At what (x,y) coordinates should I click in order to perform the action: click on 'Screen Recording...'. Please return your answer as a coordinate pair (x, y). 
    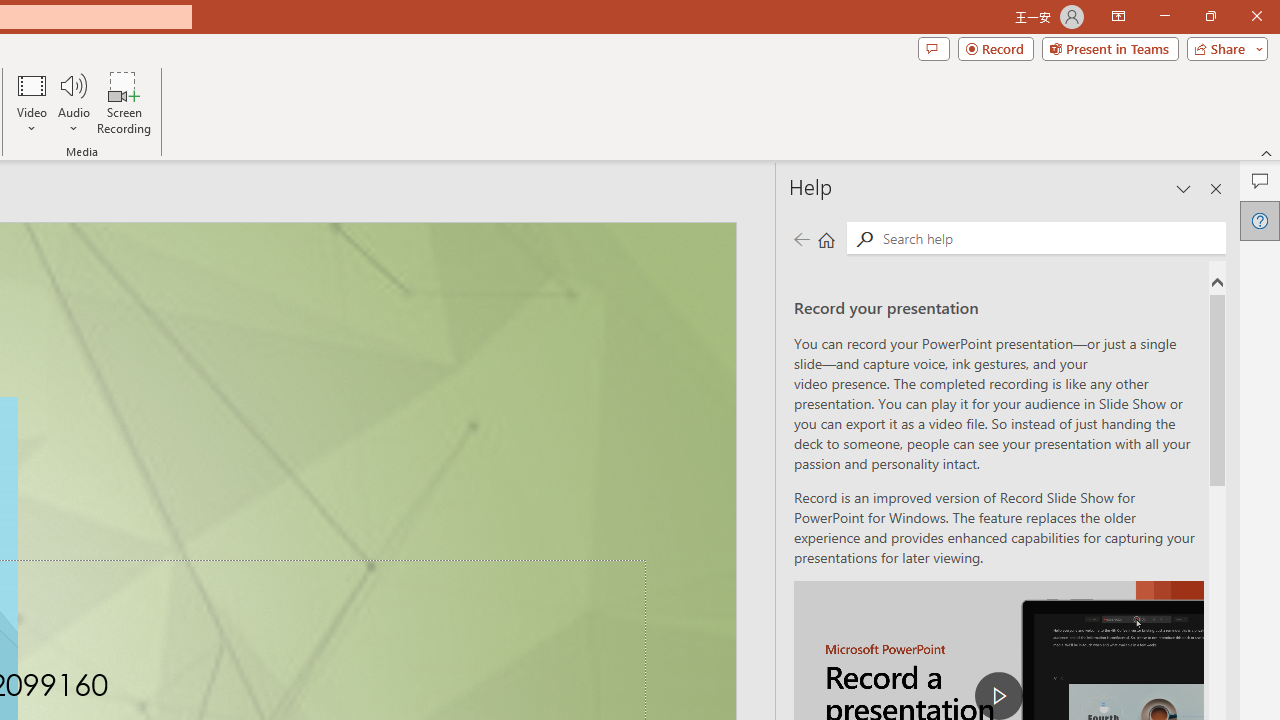
    Looking at the image, I should click on (123, 103).